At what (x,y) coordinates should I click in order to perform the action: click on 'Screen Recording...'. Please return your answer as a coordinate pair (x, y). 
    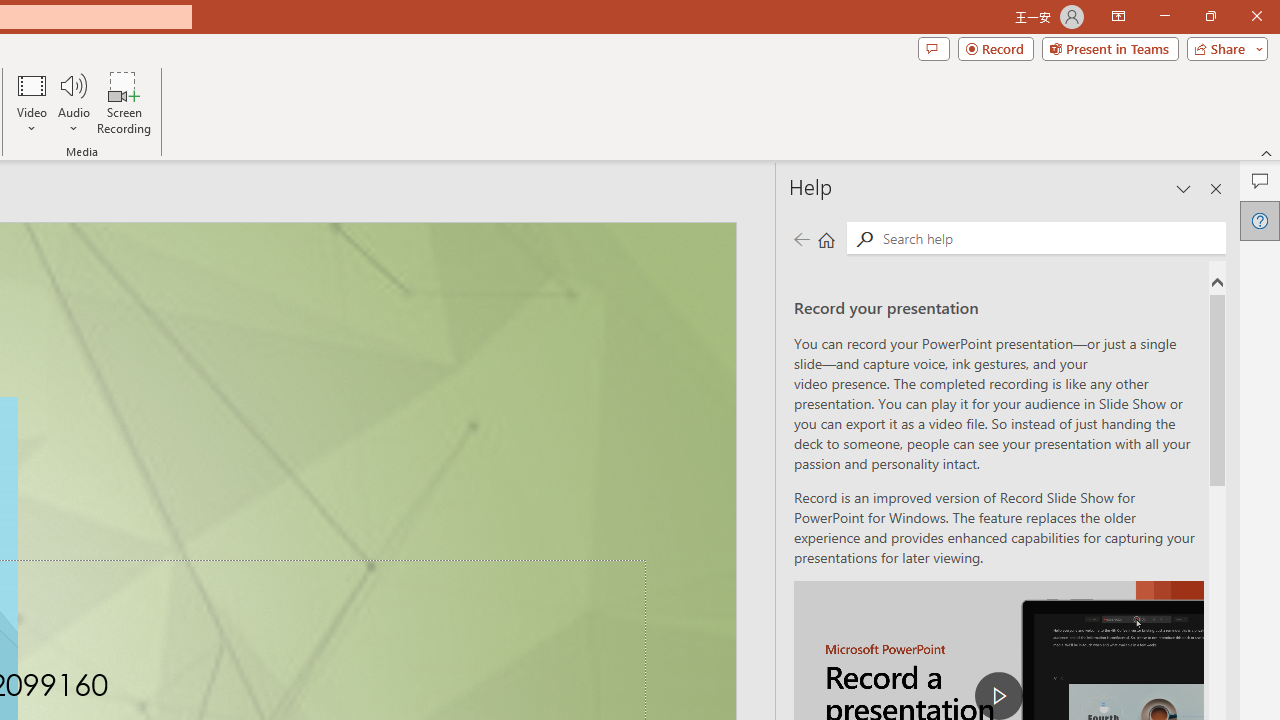
    Looking at the image, I should click on (123, 103).